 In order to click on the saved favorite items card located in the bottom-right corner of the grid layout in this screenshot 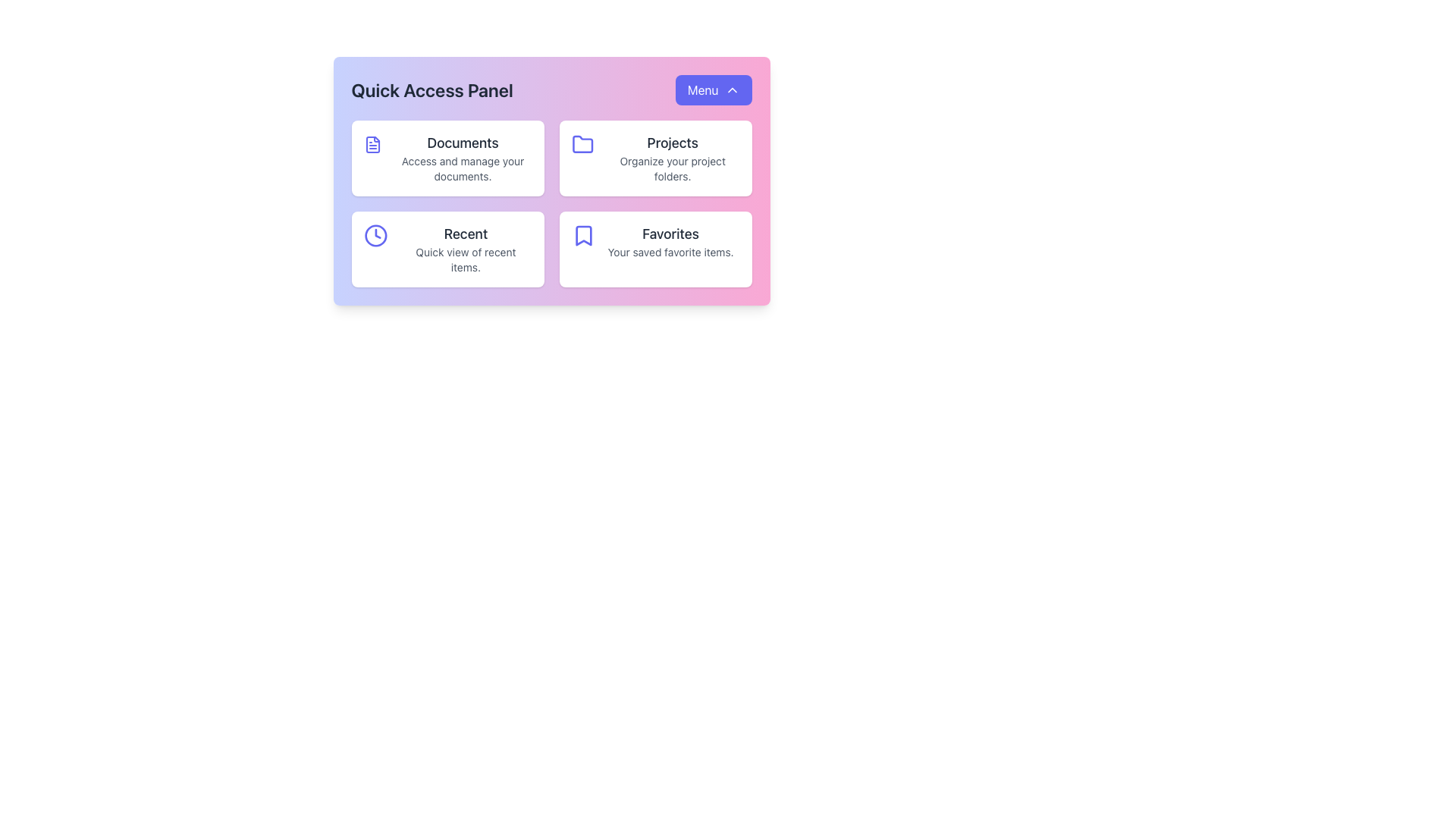, I will do `click(655, 248)`.